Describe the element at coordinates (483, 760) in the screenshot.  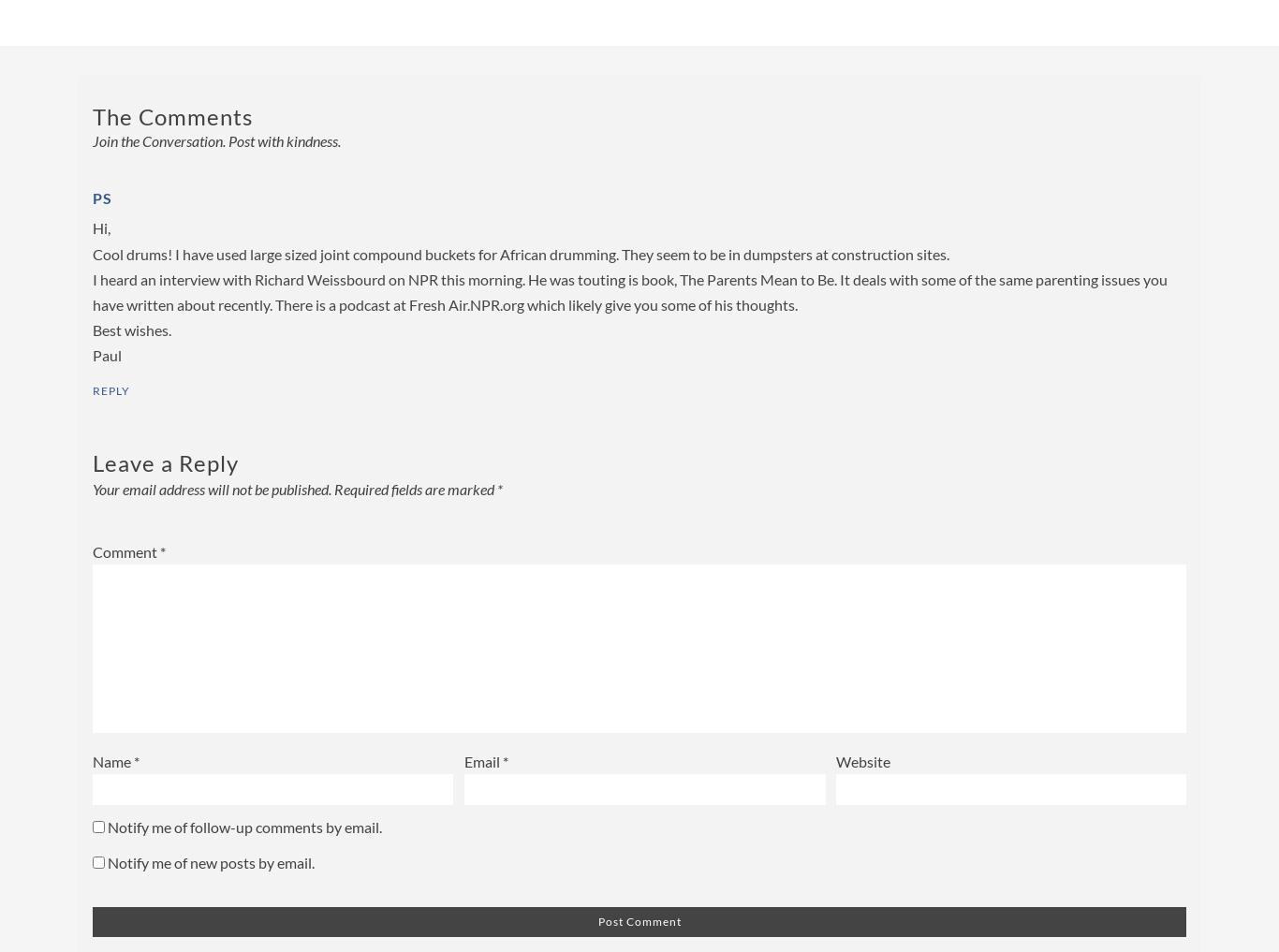
I see `'Email'` at that location.